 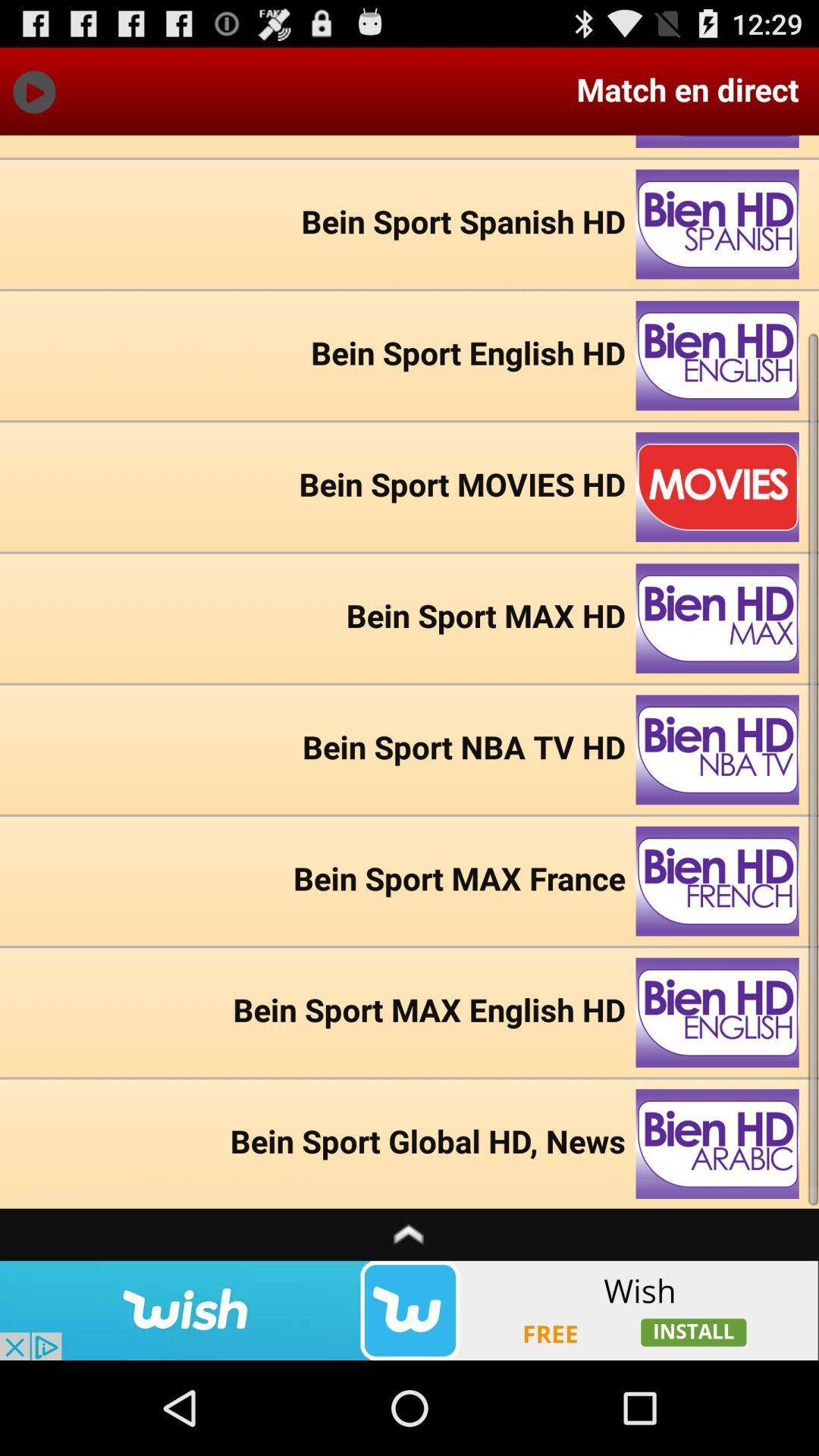 What do you see at coordinates (409, 1235) in the screenshot?
I see `move upwards` at bounding box center [409, 1235].